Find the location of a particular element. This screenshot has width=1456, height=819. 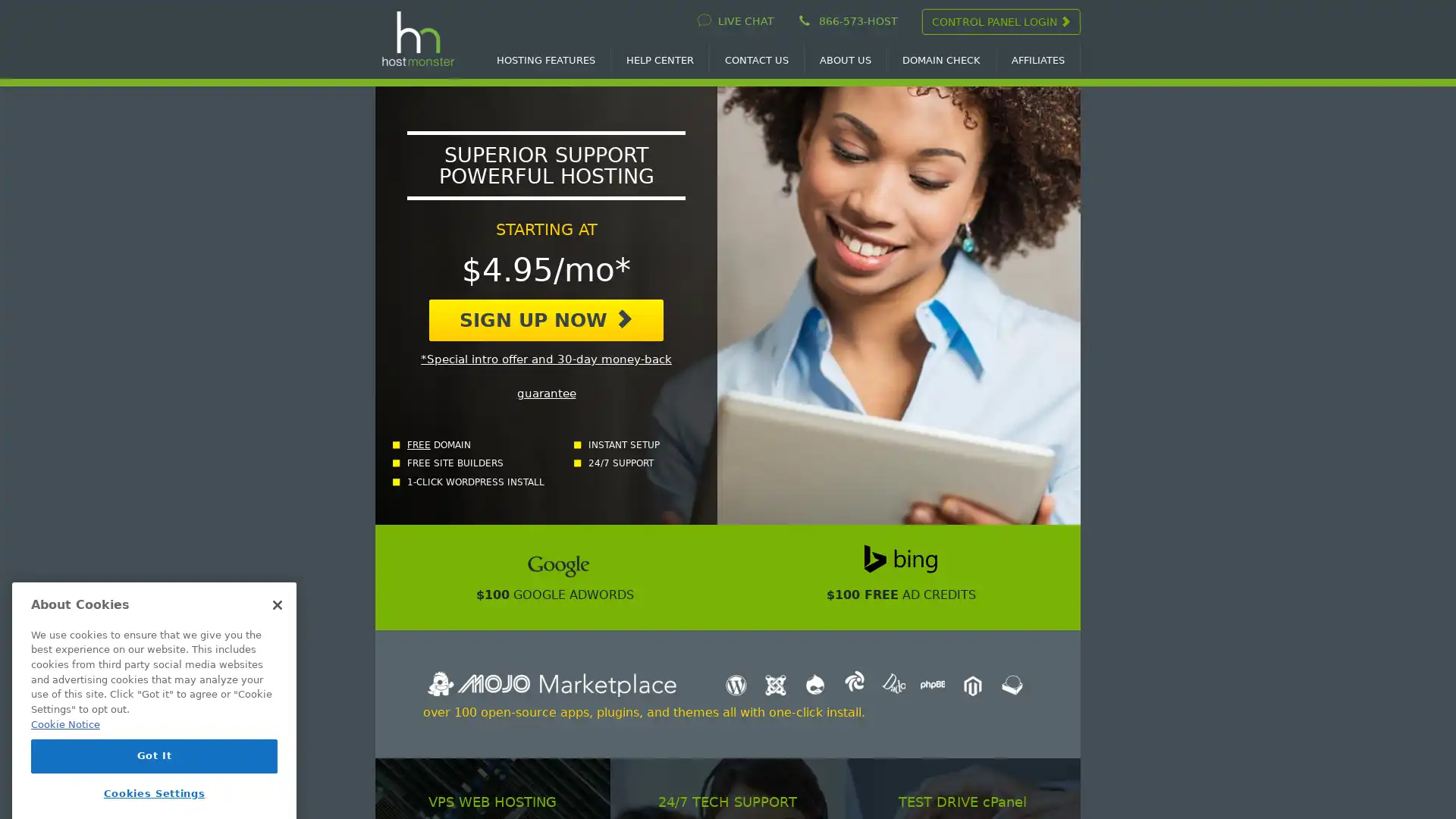

Close is located at coordinates (277, 579).